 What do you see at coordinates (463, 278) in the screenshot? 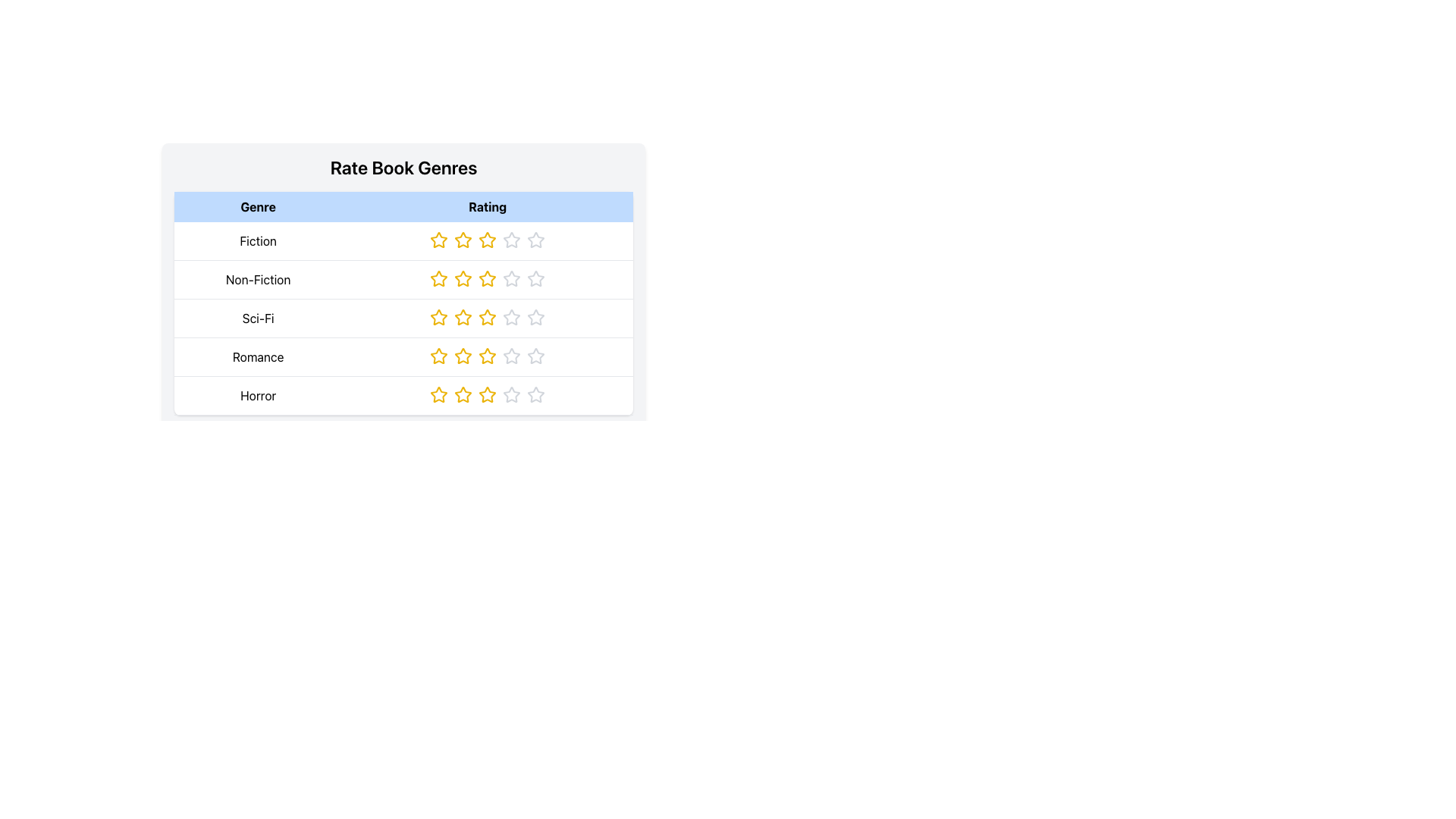
I see `the second star in the five-star rating system under the 'Rating' column for the 'Non-Fiction' row` at bounding box center [463, 278].